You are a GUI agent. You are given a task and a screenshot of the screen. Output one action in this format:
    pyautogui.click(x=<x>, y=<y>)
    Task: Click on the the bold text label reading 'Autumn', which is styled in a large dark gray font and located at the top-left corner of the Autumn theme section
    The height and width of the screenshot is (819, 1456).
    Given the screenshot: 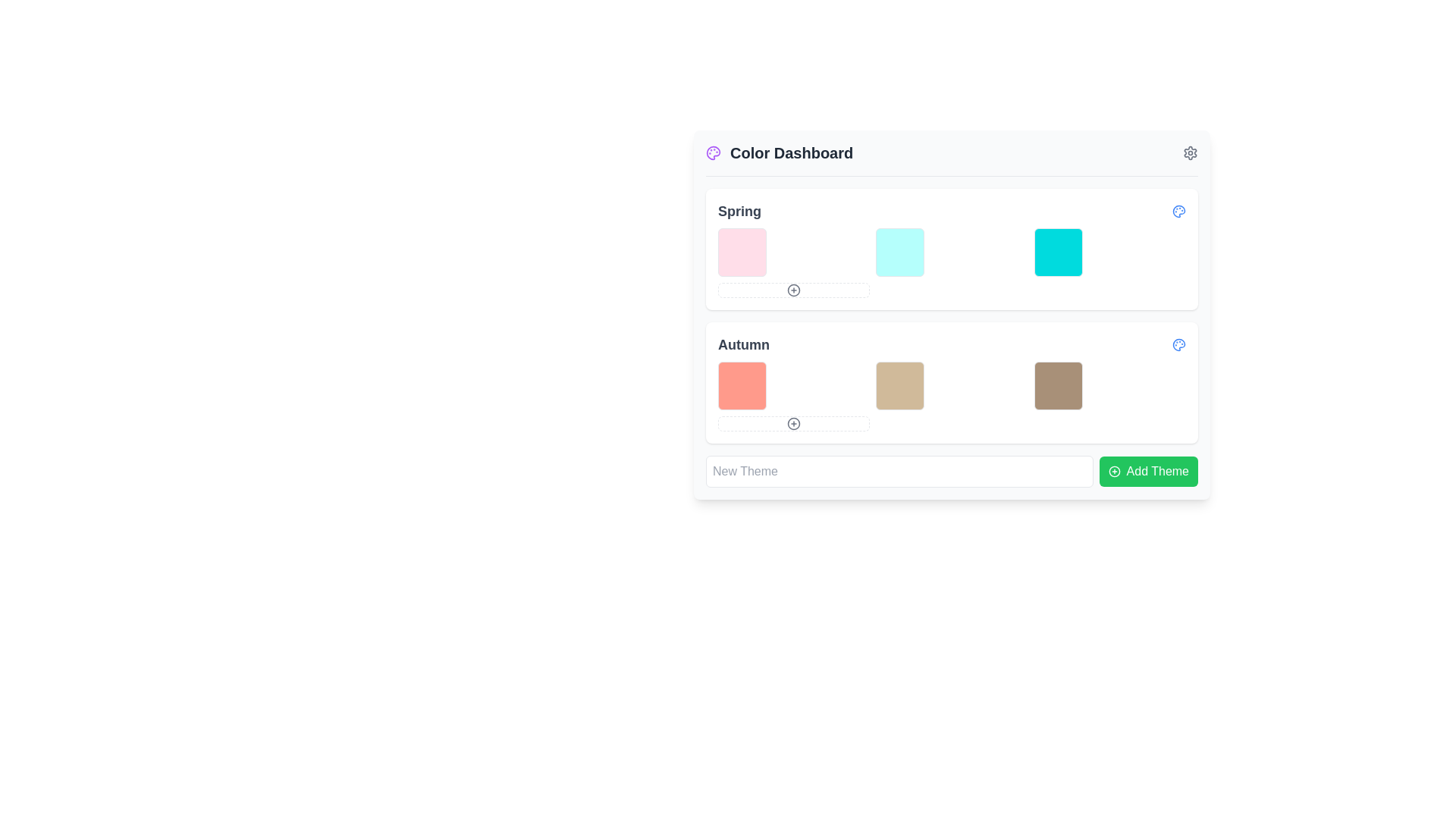 What is the action you would take?
    pyautogui.click(x=743, y=345)
    